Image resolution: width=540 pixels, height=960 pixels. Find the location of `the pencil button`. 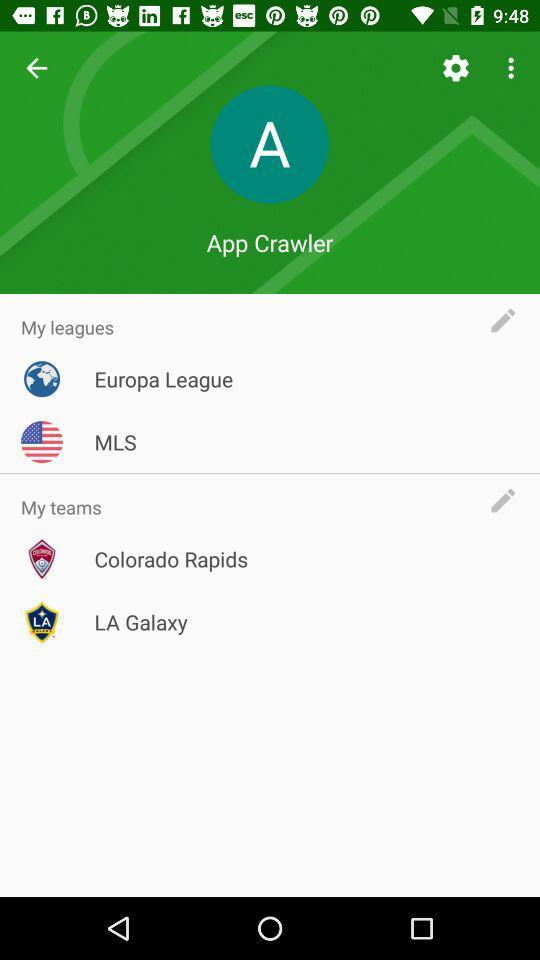

the pencil button is located at coordinates (508, 499).